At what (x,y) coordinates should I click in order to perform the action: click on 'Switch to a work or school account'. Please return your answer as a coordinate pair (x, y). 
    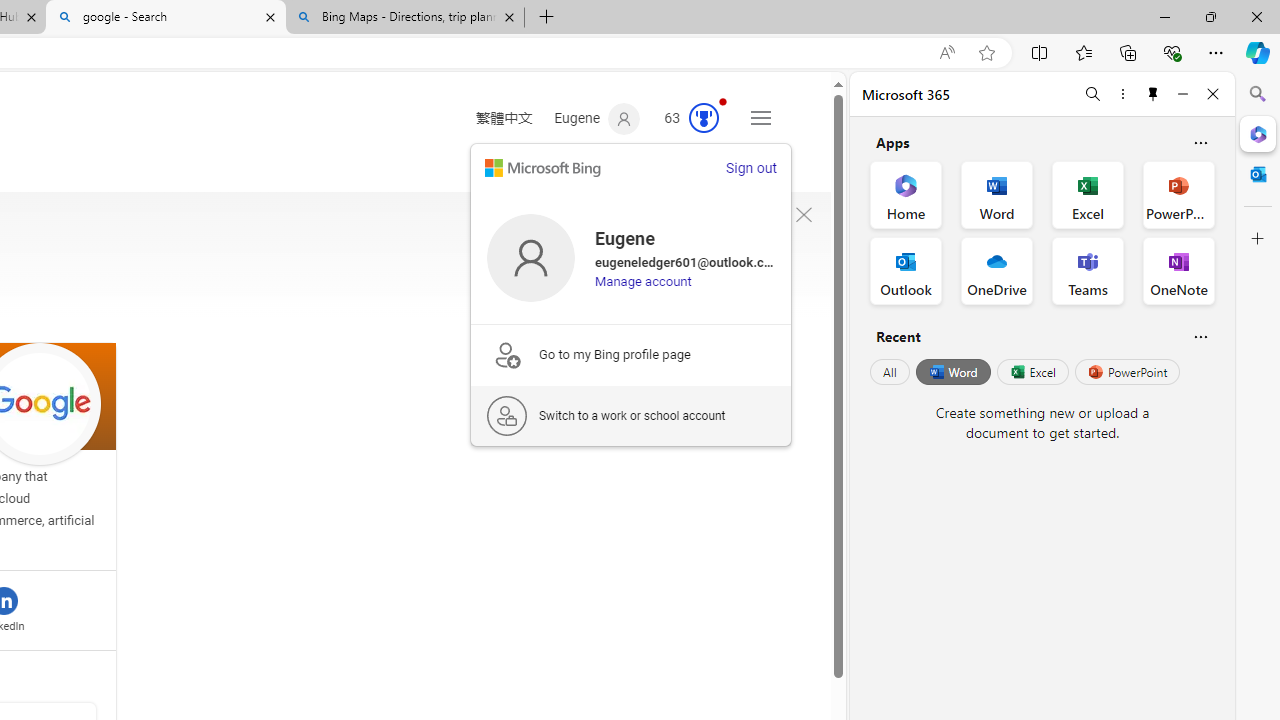
    Looking at the image, I should click on (630, 414).